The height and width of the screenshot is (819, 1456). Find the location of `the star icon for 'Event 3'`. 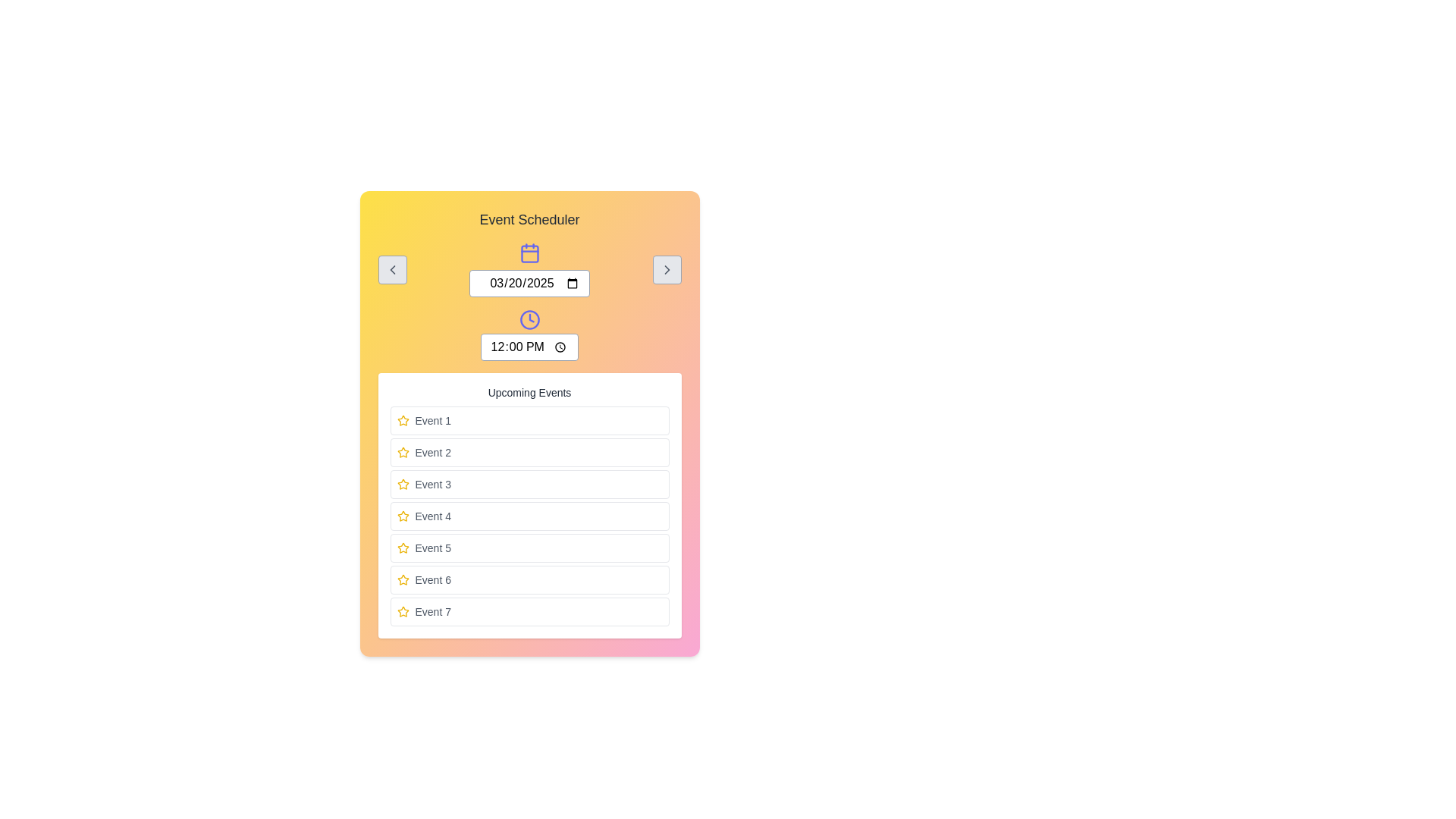

the star icon for 'Event 3' is located at coordinates (403, 485).